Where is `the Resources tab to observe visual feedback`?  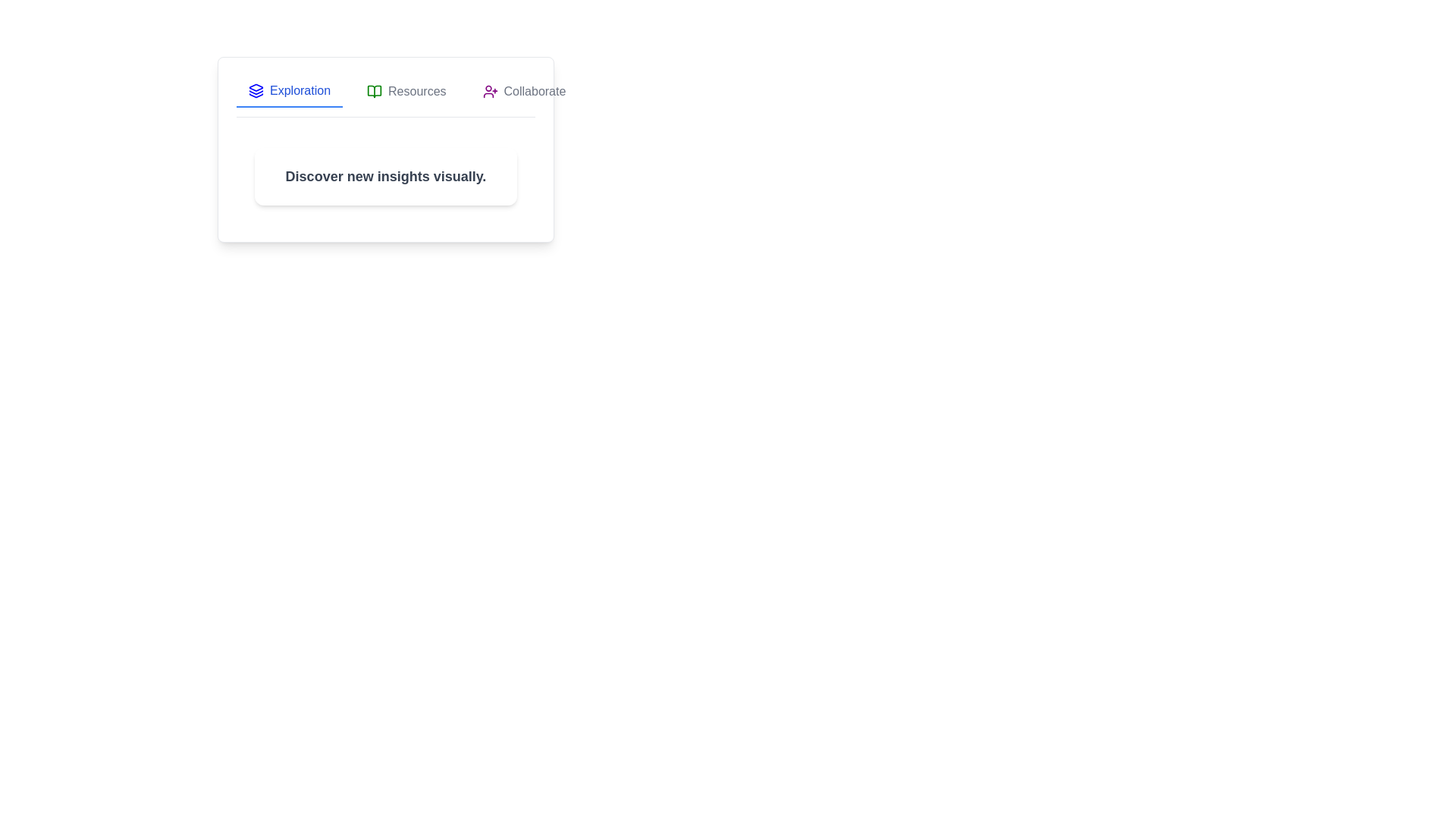
the Resources tab to observe visual feedback is located at coordinates (406, 91).